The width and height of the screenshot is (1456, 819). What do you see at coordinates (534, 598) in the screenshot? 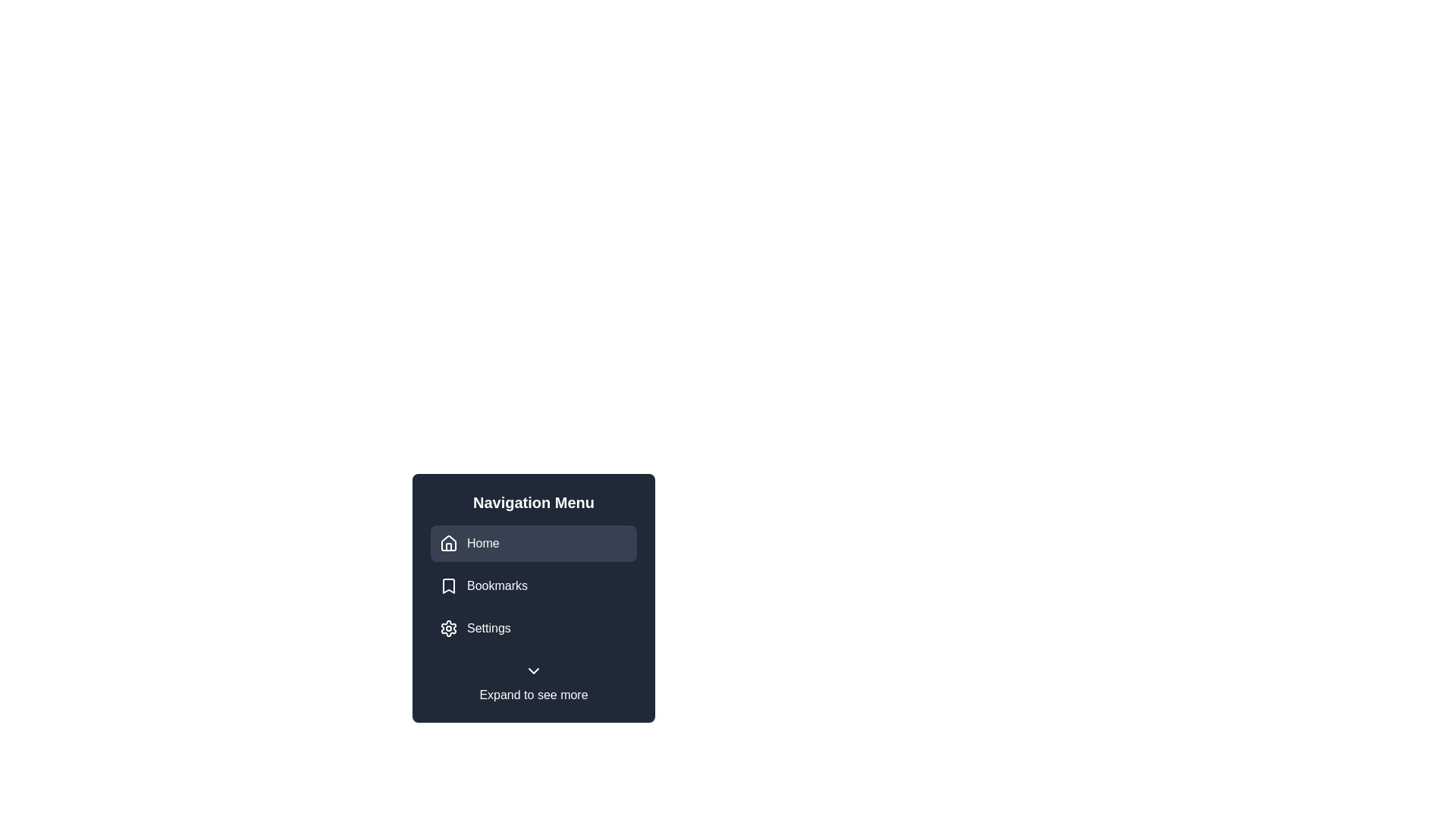
I see `the Navigation Menu that provides access to 'Home', 'Bookmarks', 'Settings', and an option to 'Expand` at bounding box center [534, 598].